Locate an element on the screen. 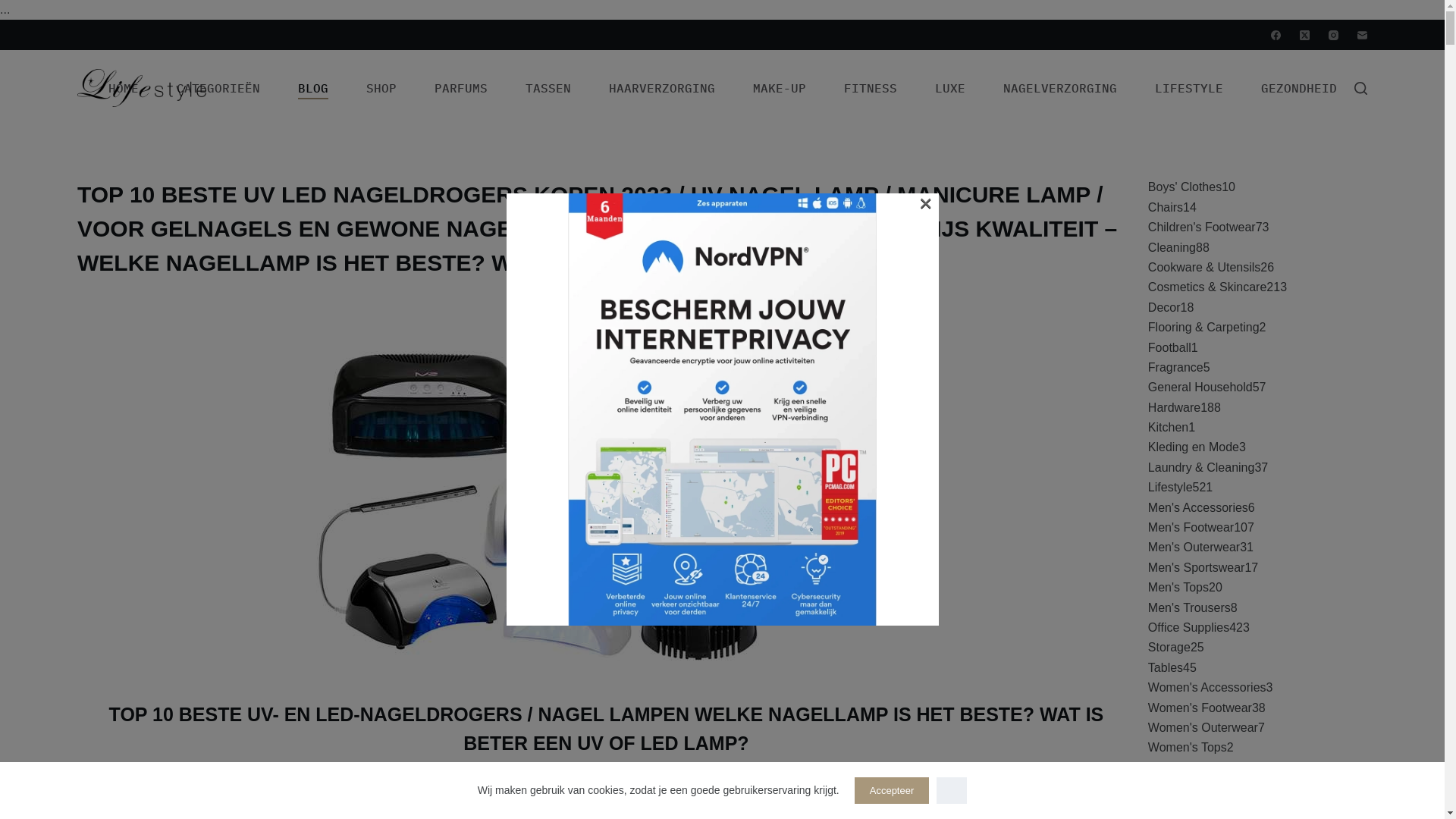  'Flooring & Carpeting' is located at coordinates (1203, 326).